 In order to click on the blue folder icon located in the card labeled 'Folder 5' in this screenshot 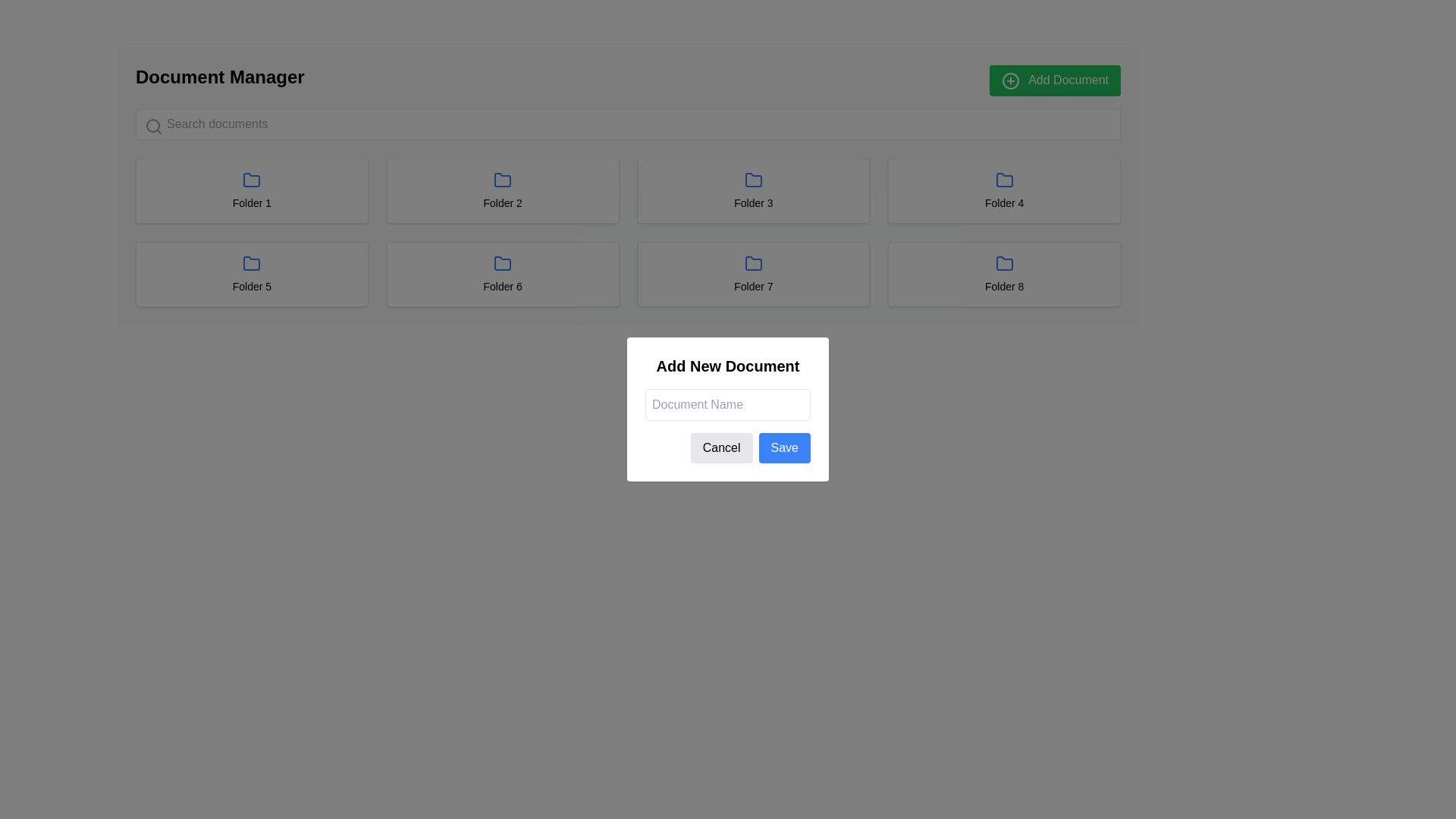, I will do `click(252, 262)`.